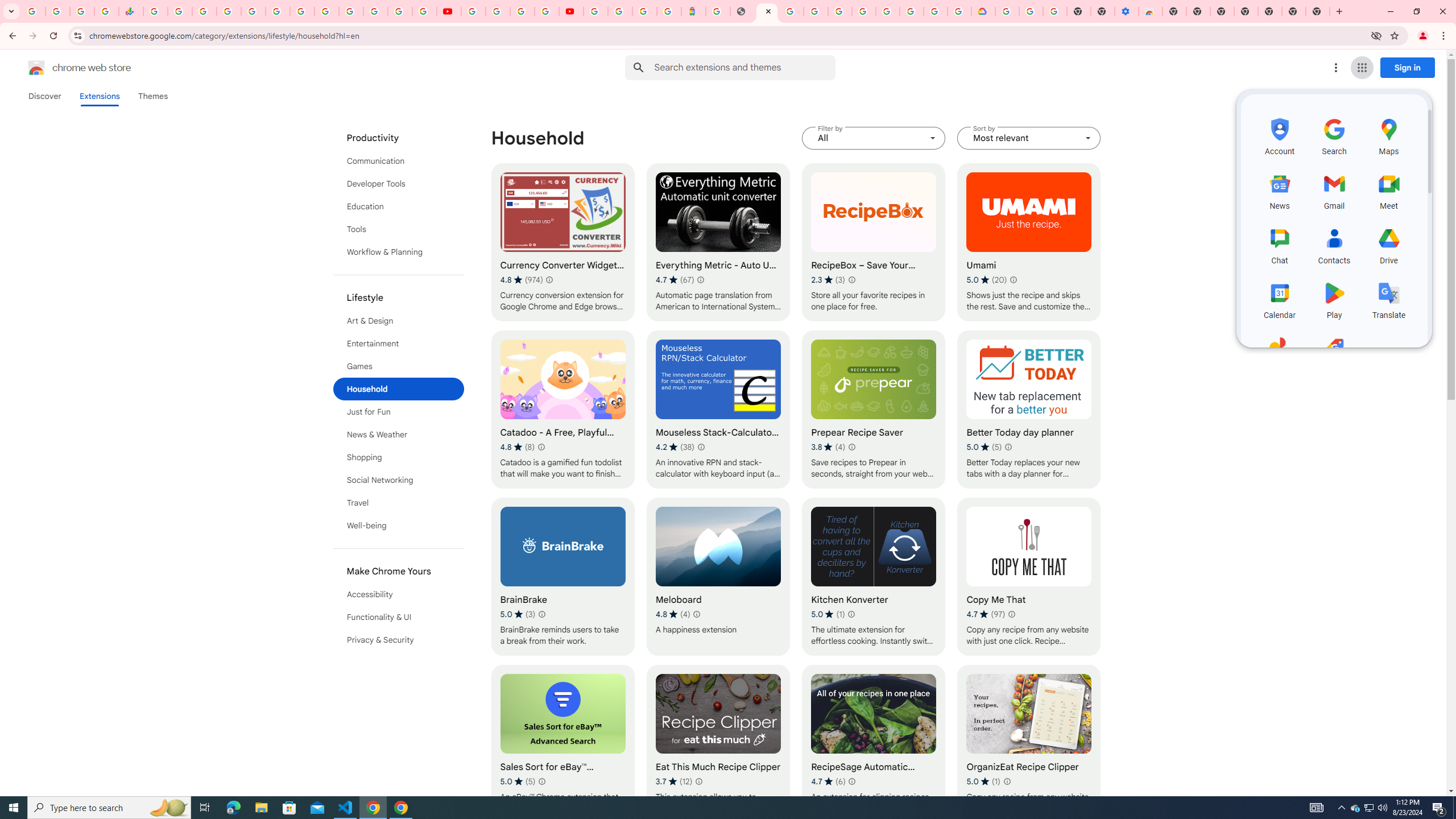 This screenshot has width=1456, height=819. I want to click on 'Average rating 4.7 out of 5 stars. 6 ratings.', so click(828, 780).